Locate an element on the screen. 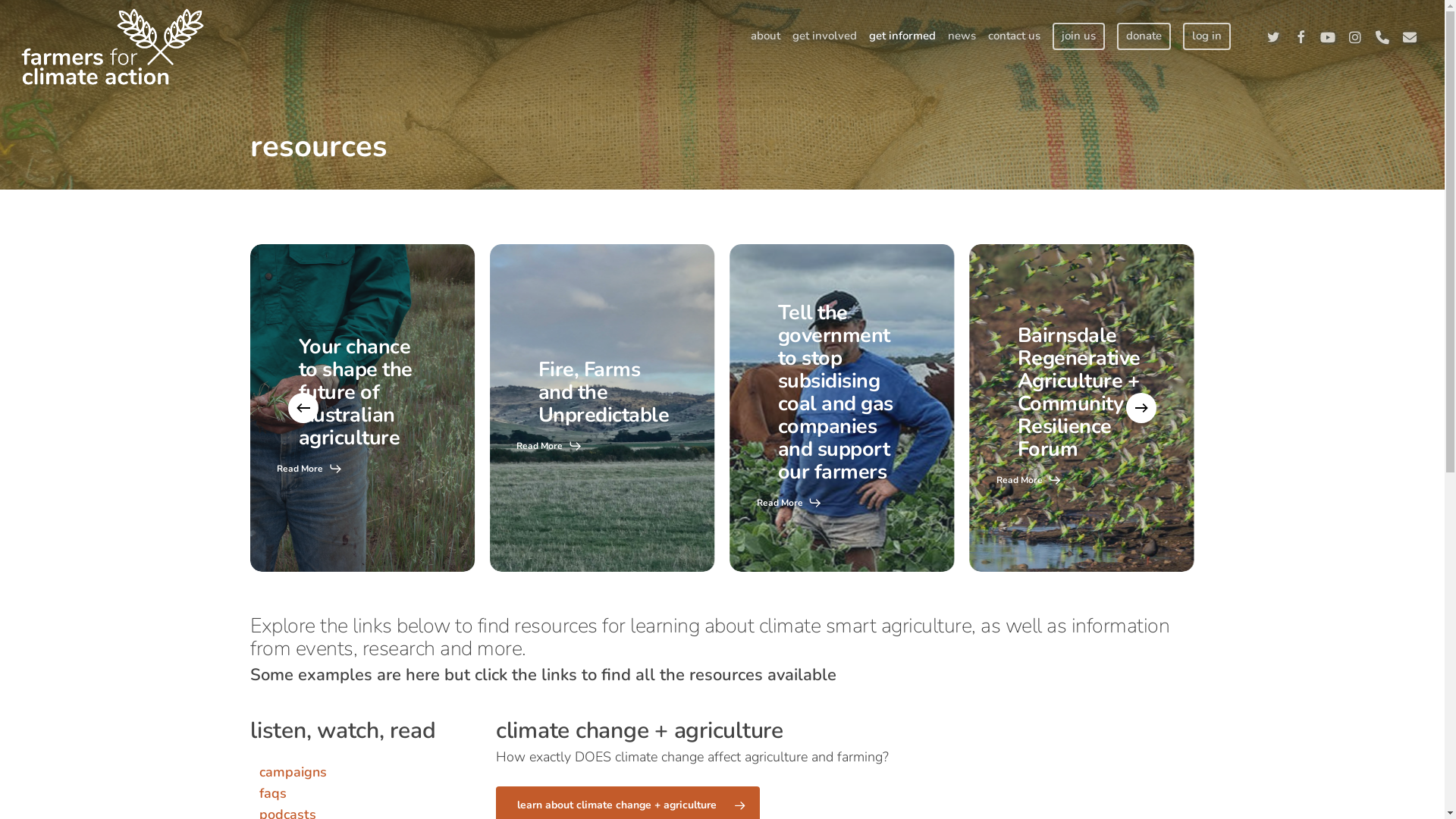 The image size is (1456, 819). 'news' is located at coordinates (941, 35).